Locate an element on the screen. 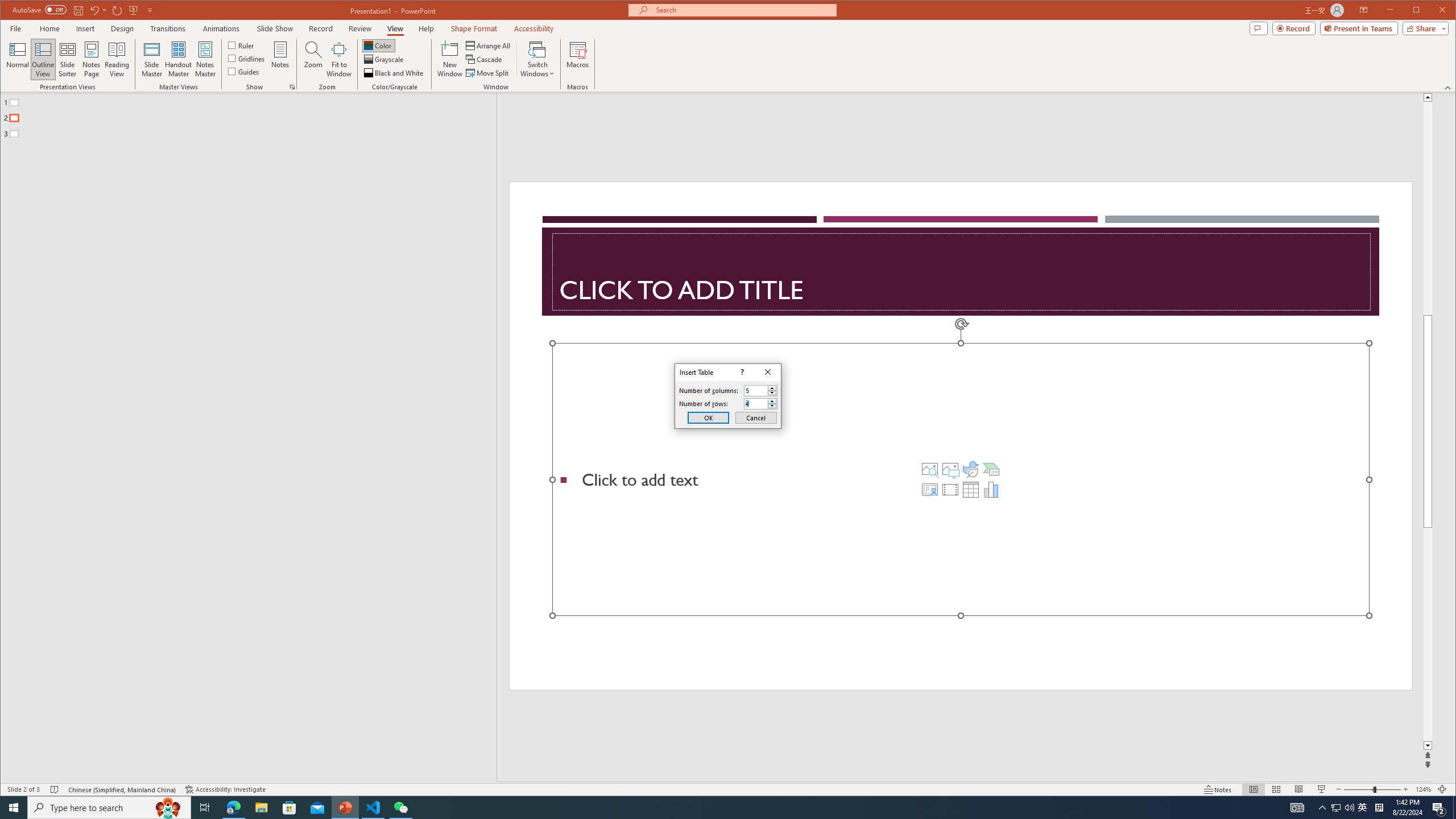  'Macros' is located at coordinates (577, 59).